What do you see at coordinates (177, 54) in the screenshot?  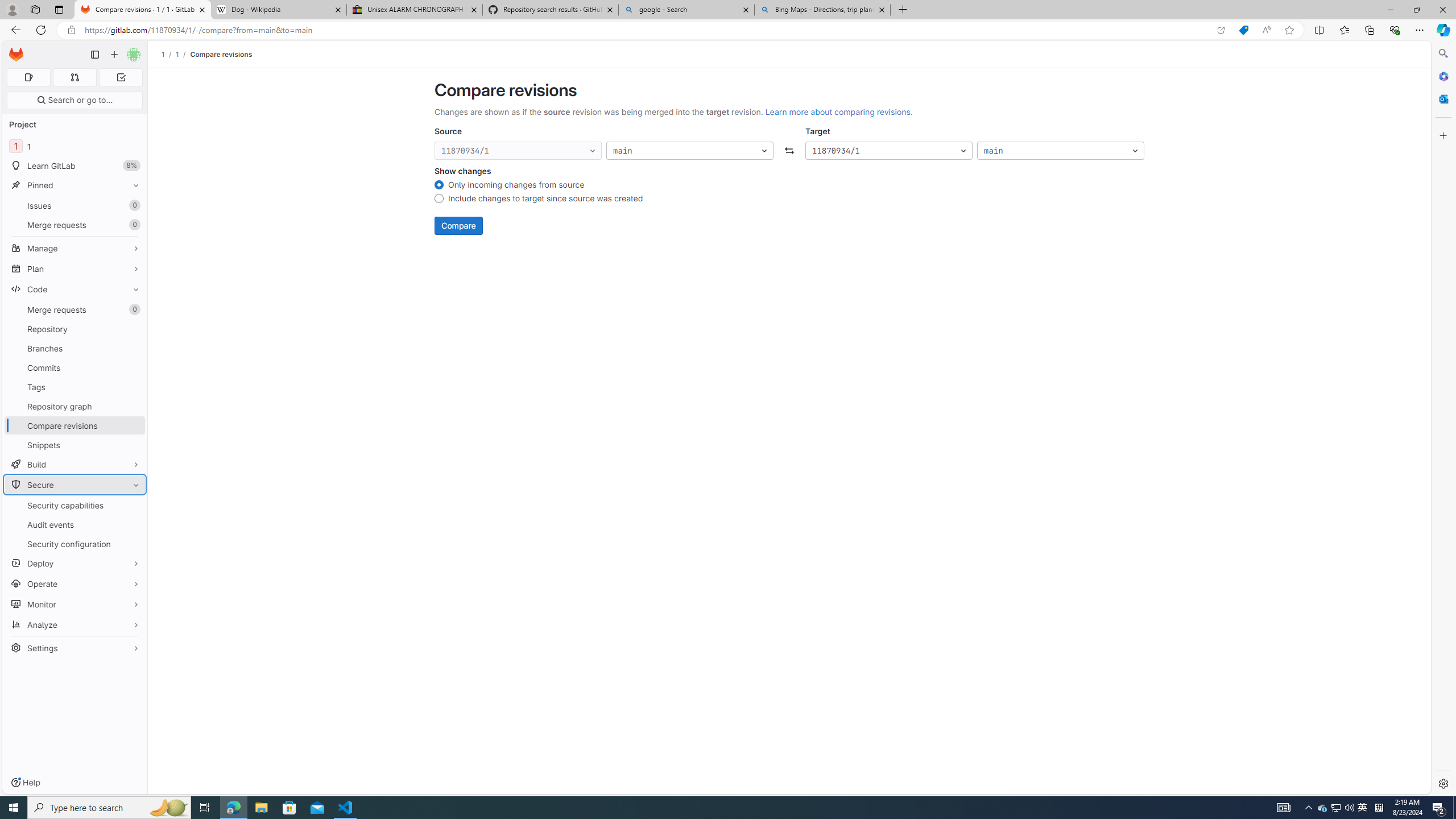 I see `'1'` at bounding box center [177, 54].